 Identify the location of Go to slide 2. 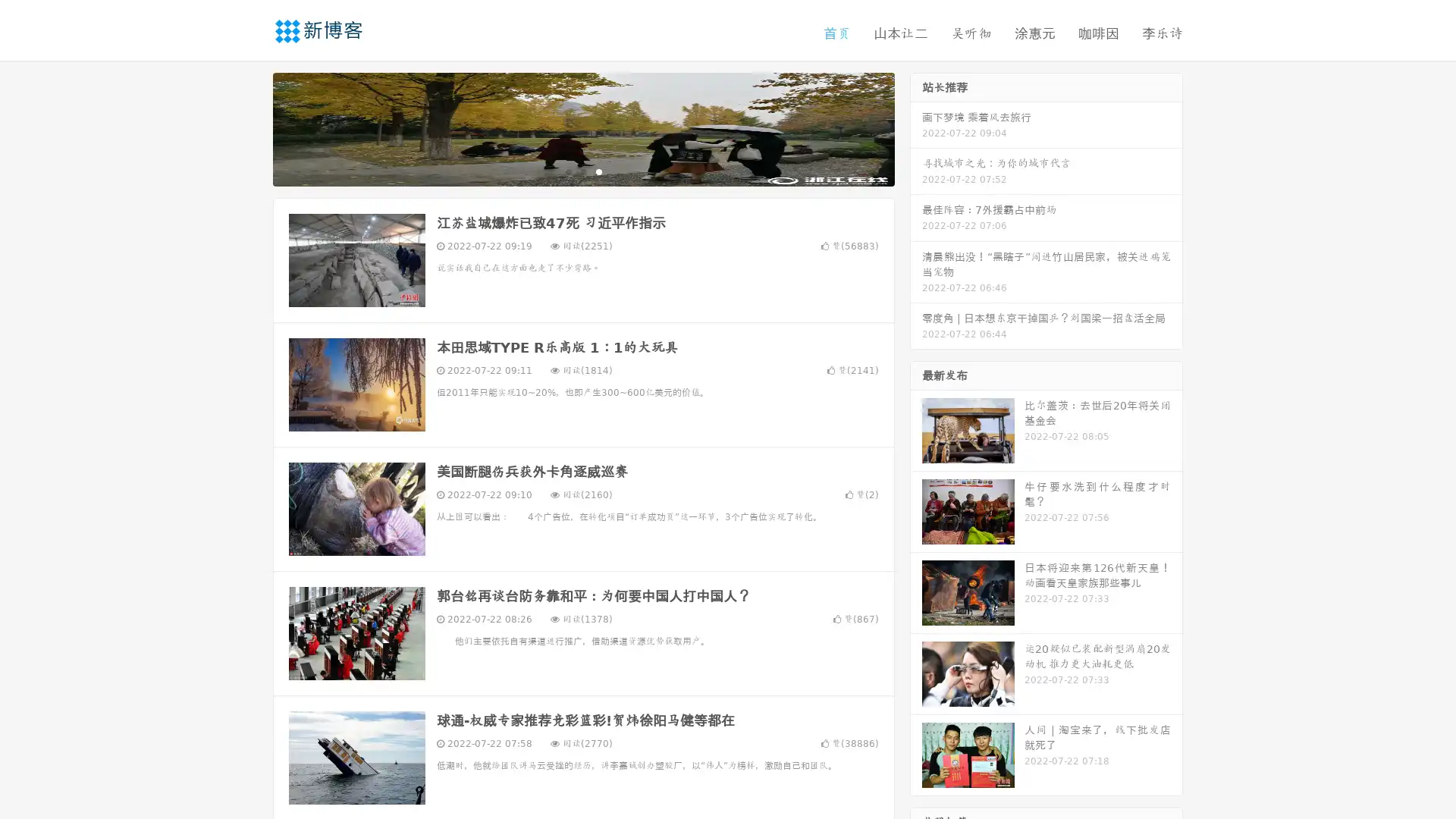
(582, 171).